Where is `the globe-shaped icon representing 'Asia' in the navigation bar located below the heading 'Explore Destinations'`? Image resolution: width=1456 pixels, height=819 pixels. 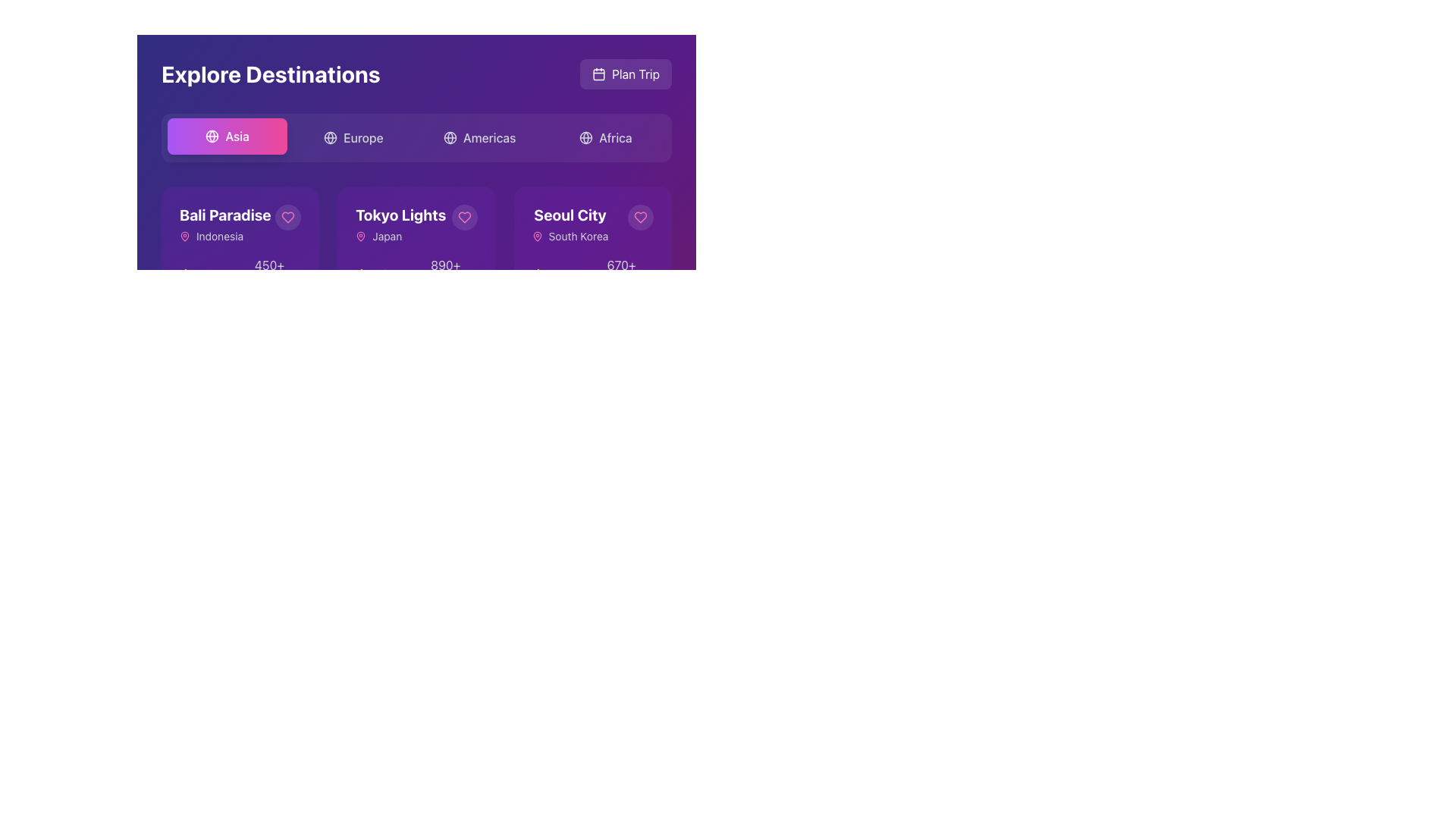 the globe-shaped icon representing 'Asia' in the navigation bar located below the heading 'Explore Destinations' is located at coordinates (212, 136).